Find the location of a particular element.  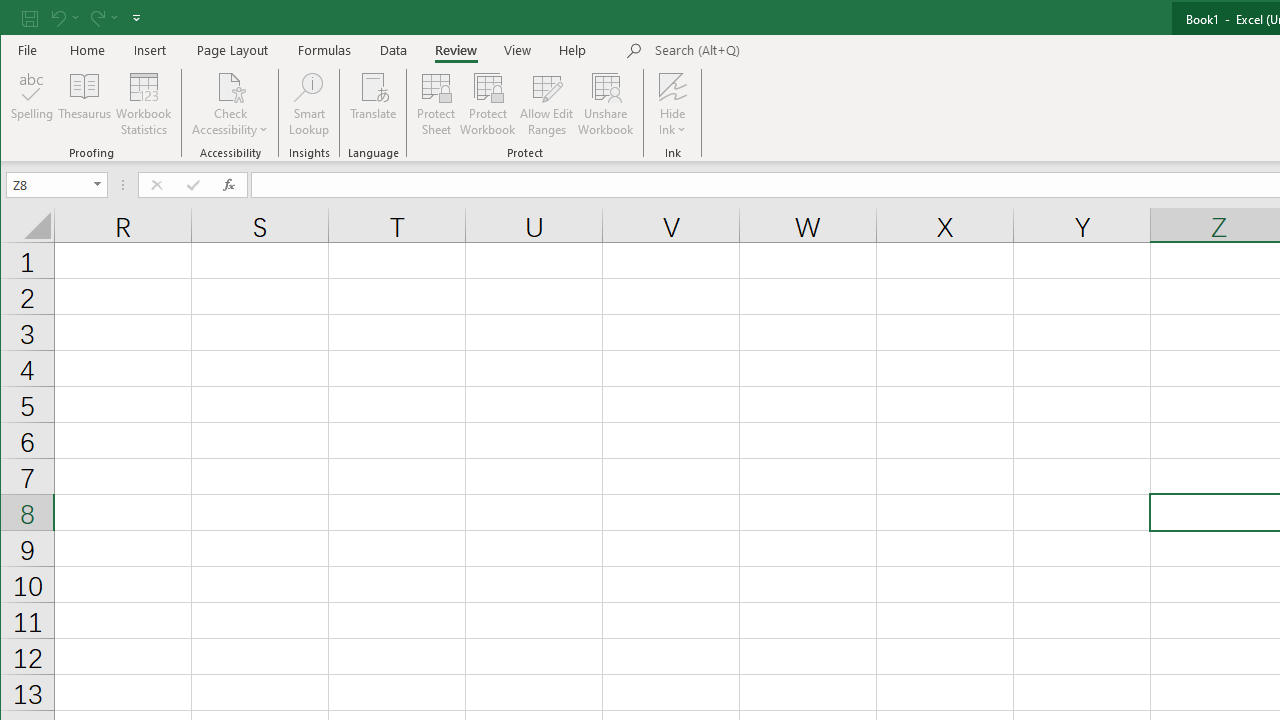

'Translate' is located at coordinates (373, 104).